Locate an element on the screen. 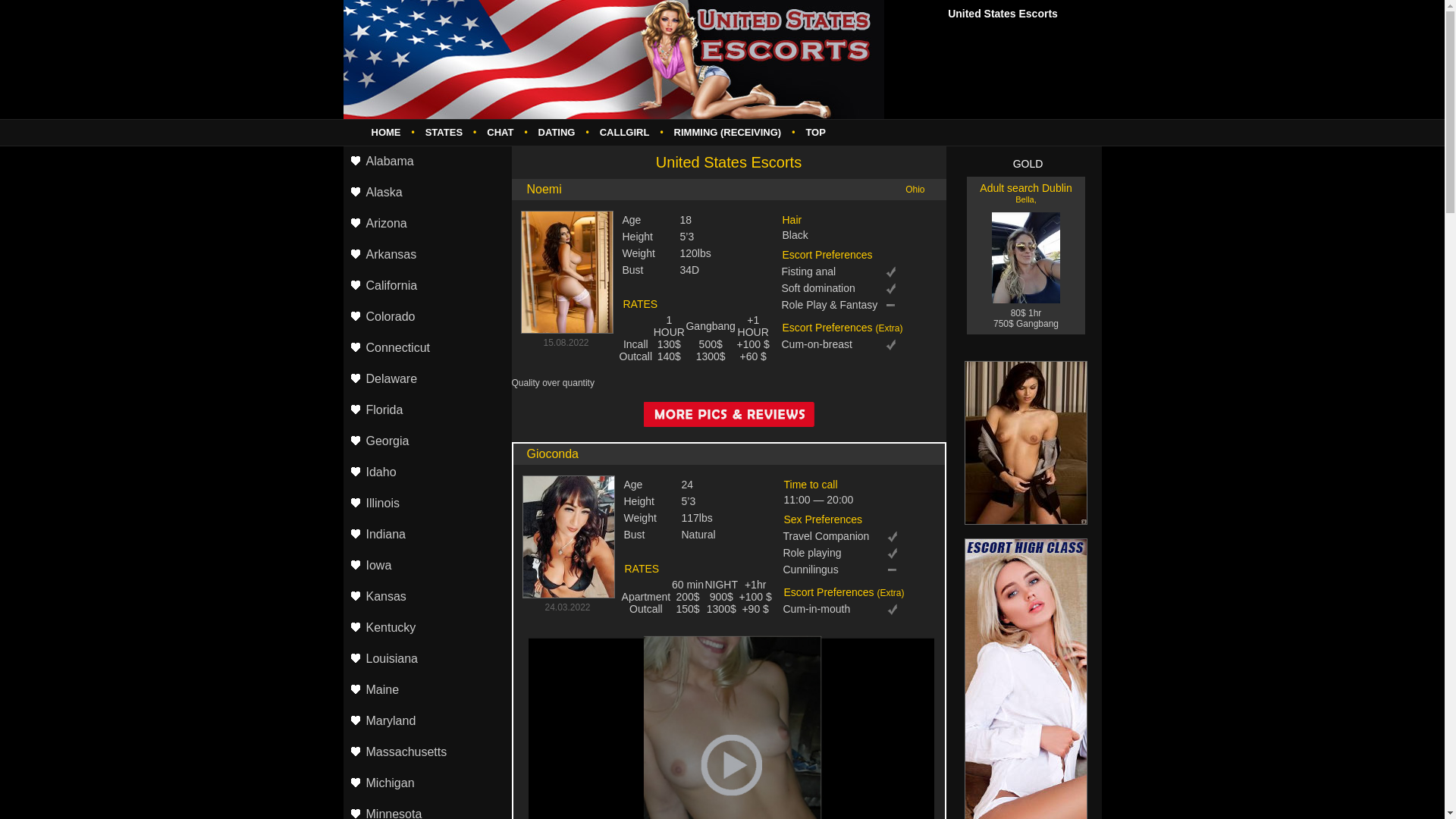  'Alabama' is located at coordinates (425, 162).